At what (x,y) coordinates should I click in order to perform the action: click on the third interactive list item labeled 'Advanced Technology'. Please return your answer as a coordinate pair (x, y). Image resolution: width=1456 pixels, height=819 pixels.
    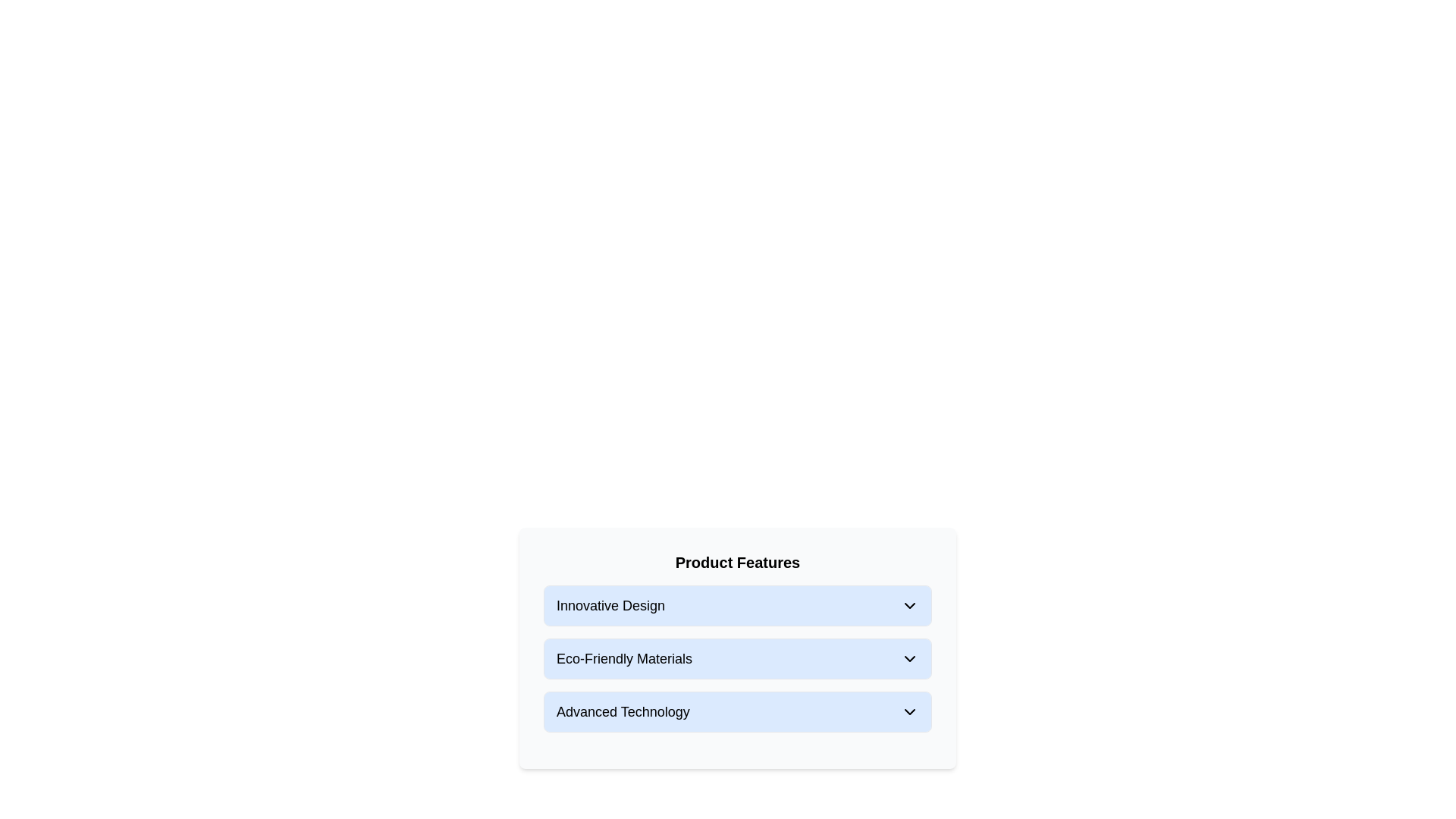
    Looking at the image, I should click on (738, 711).